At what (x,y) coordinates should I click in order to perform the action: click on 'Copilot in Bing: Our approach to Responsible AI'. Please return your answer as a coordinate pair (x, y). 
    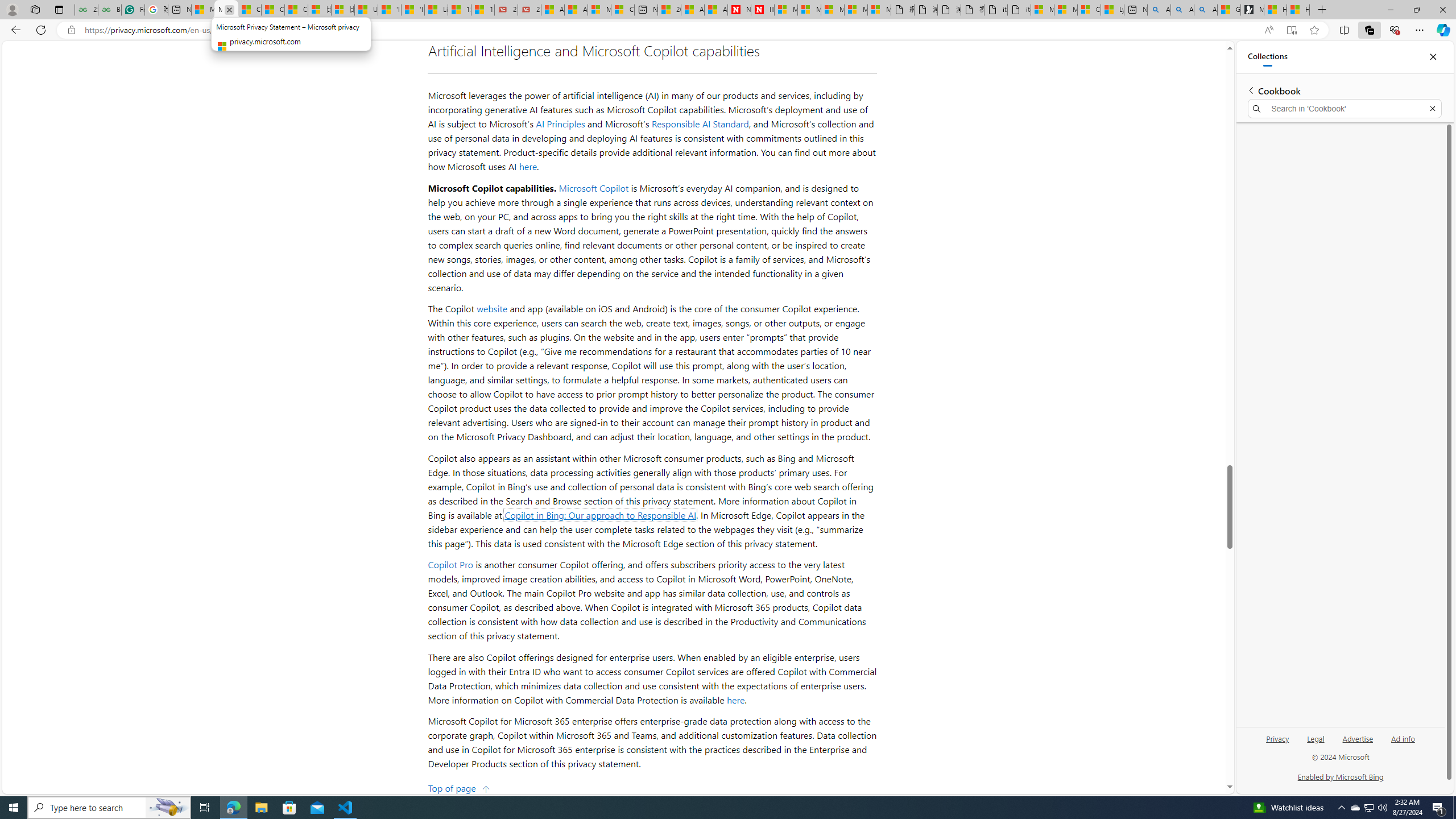
    Looking at the image, I should click on (600, 514).